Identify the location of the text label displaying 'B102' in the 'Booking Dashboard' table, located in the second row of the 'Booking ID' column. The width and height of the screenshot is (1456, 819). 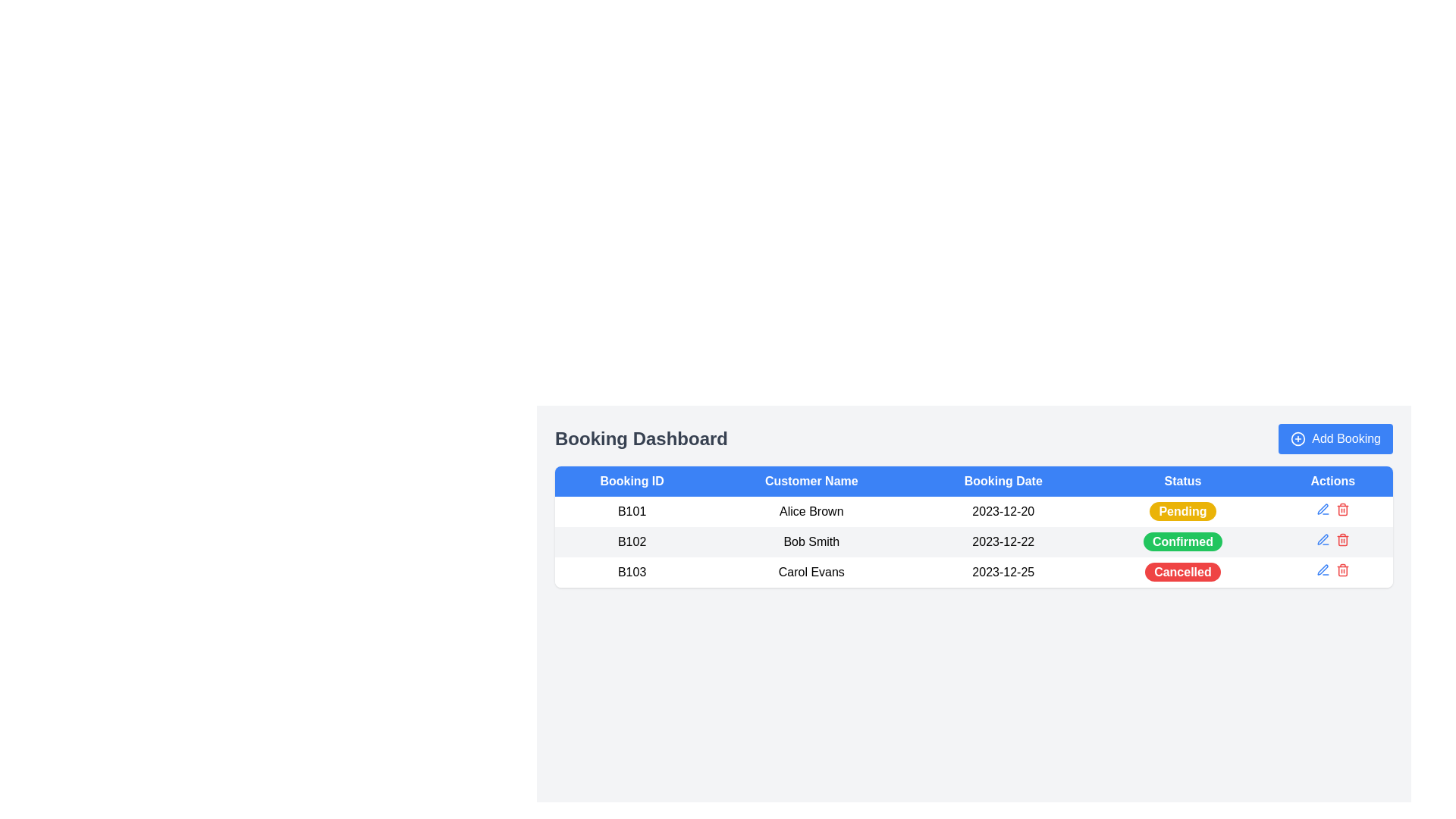
(632, 541).